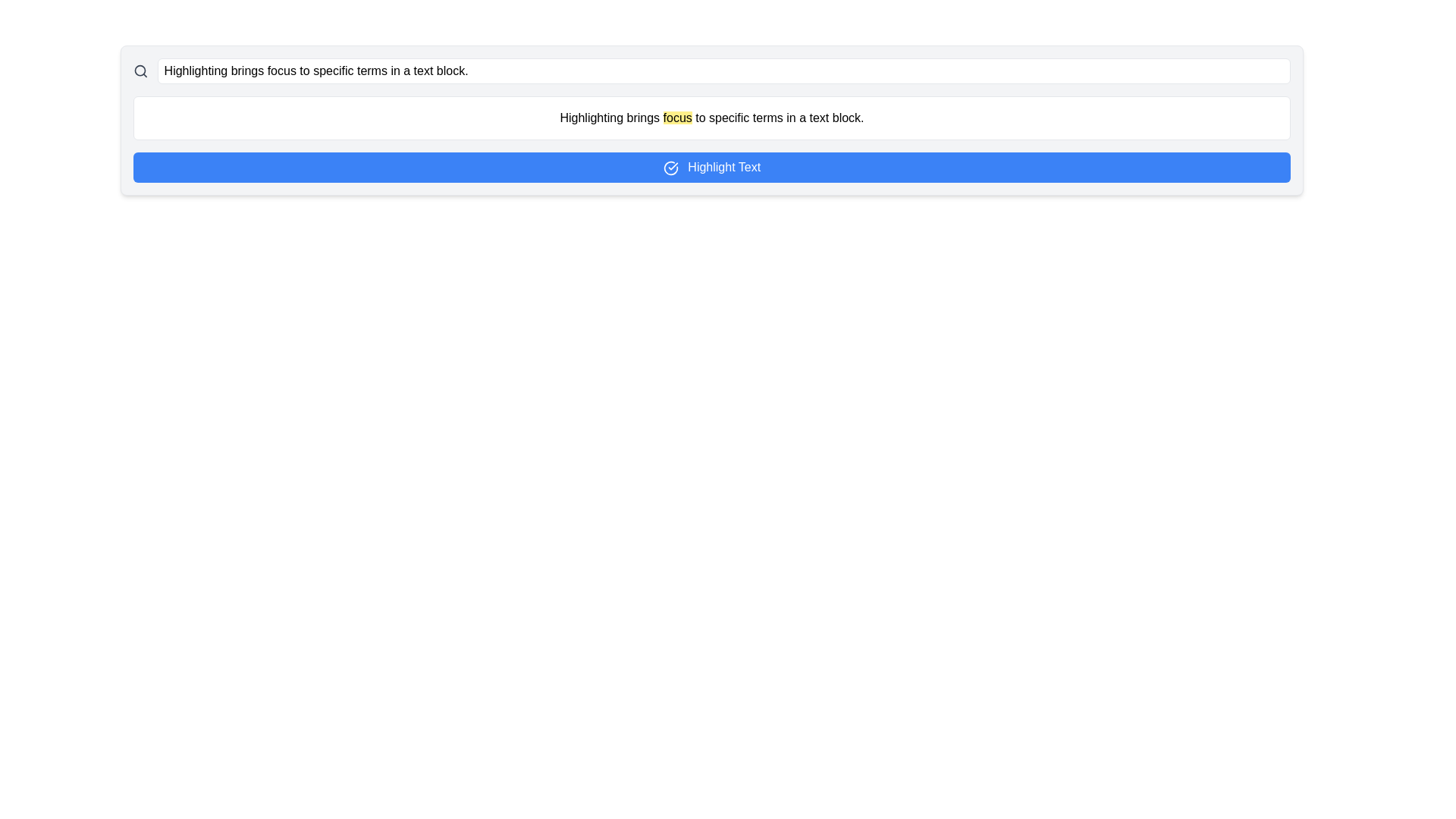 The image size is (1456, 819). What do you see at coordinates (711, 117) in the screenshot?
I see `the highlighted term 'focus' in the Informational Text Block with a white background and a yellow highlight` at bounding box center [711, 117].